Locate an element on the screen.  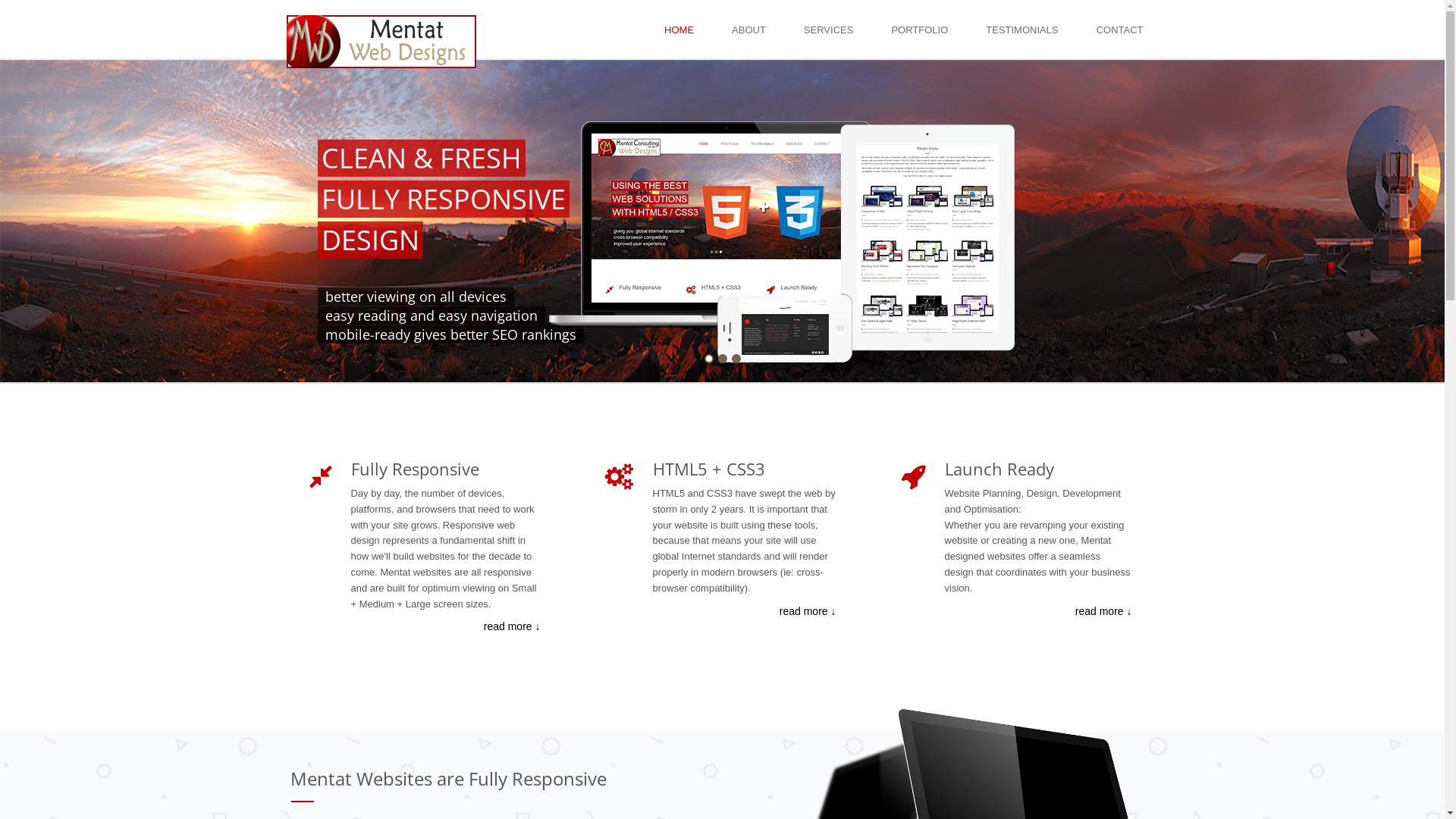
'TESTIMONIALS' is located at coordinates (1025, 29).